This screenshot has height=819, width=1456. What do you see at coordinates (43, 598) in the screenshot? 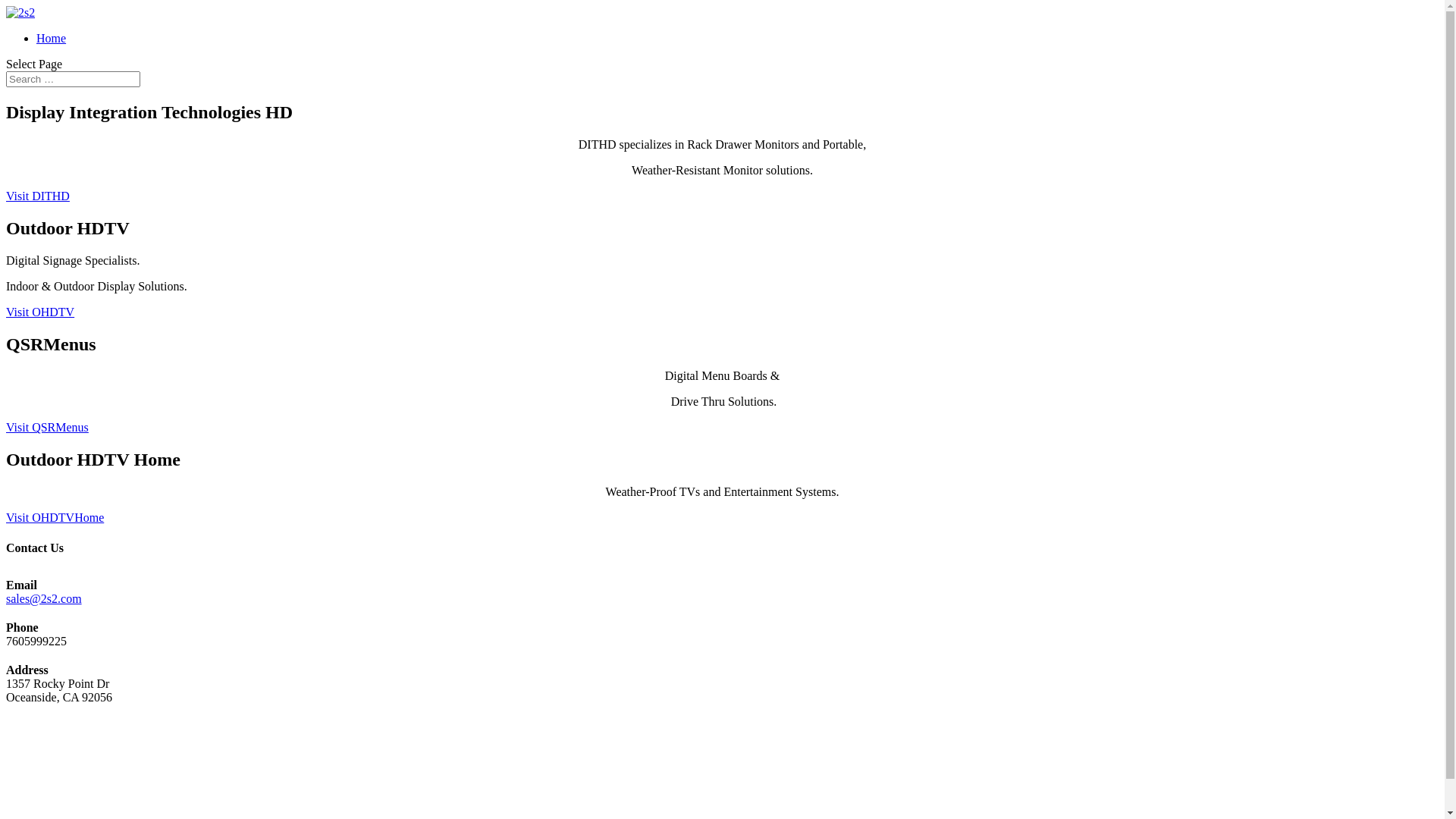
I see `'sales@2s2.com'` at bounding box center [43, 598].